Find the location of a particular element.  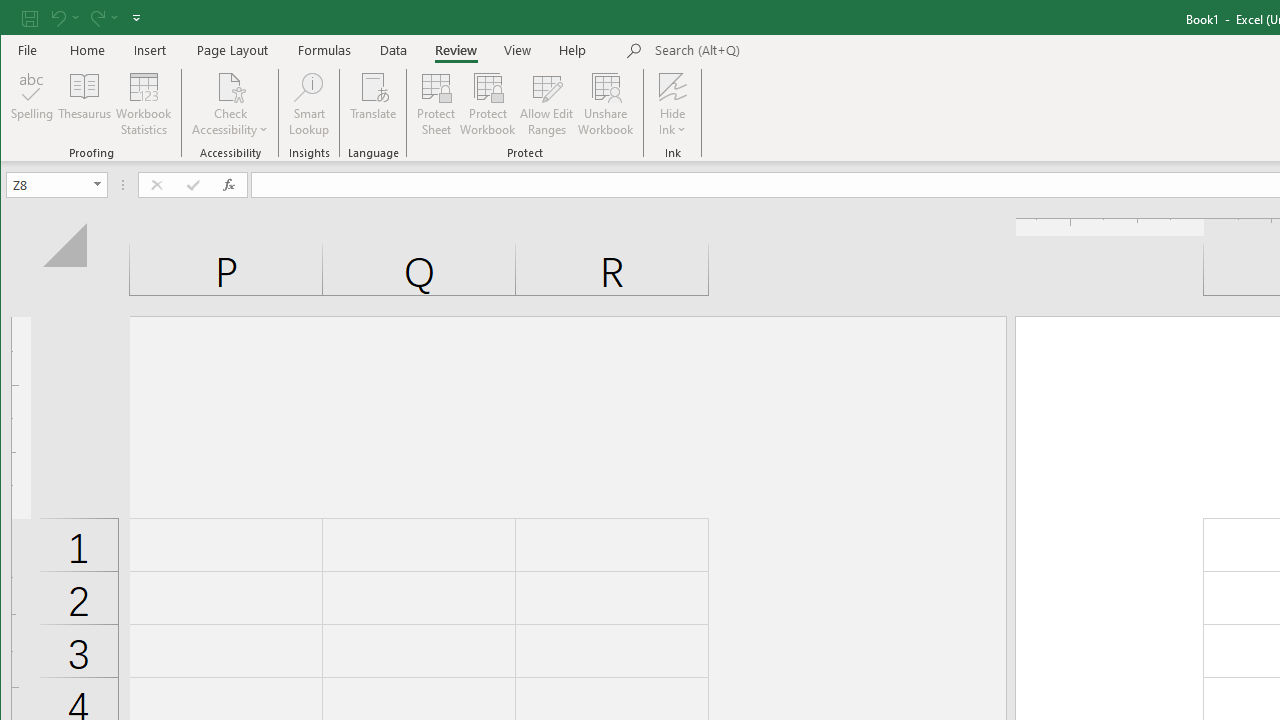

'Save' is located at coordinates (29, 17).